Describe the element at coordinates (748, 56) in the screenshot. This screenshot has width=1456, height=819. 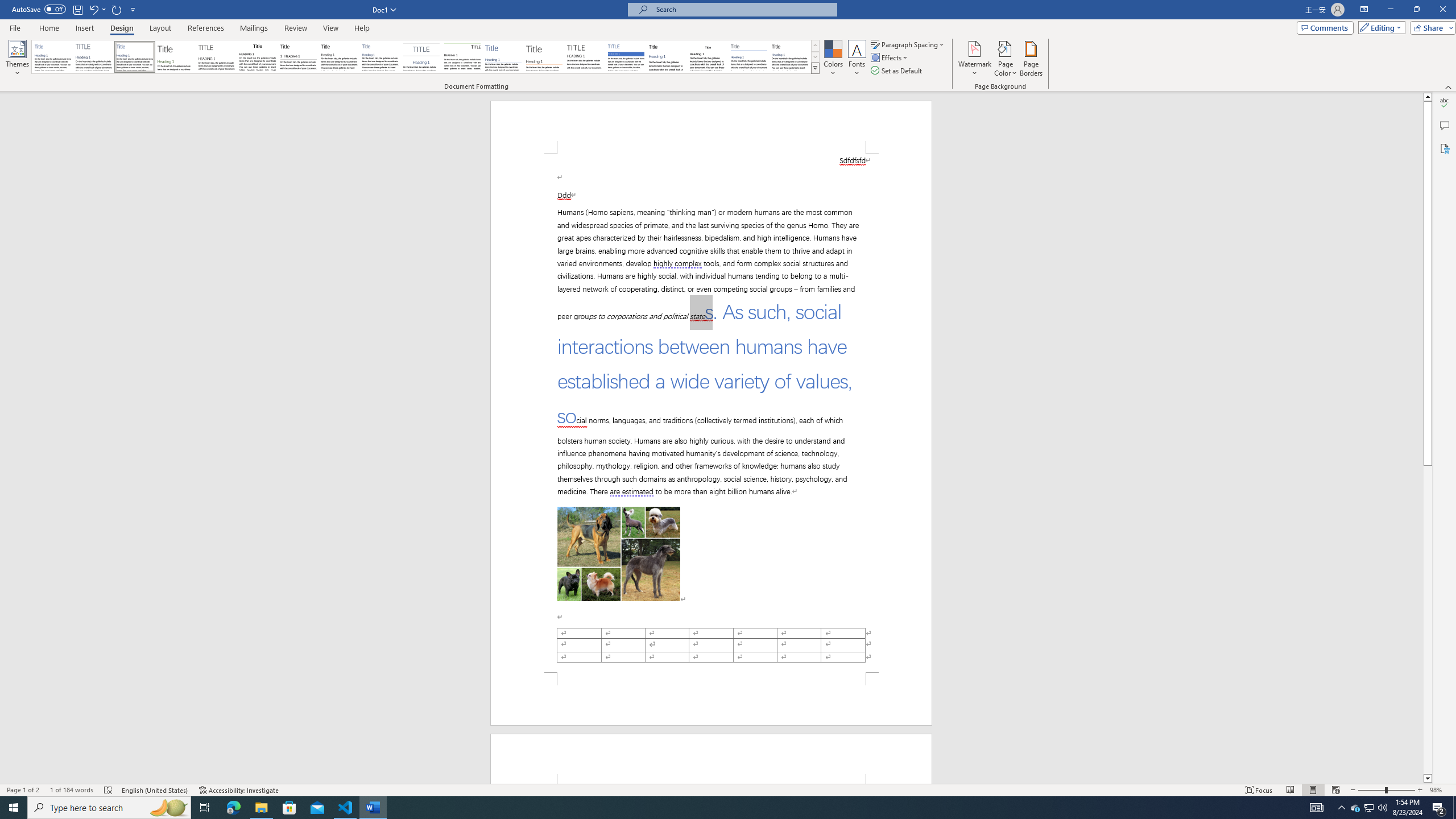
I see `'Word 2010'` at that location.